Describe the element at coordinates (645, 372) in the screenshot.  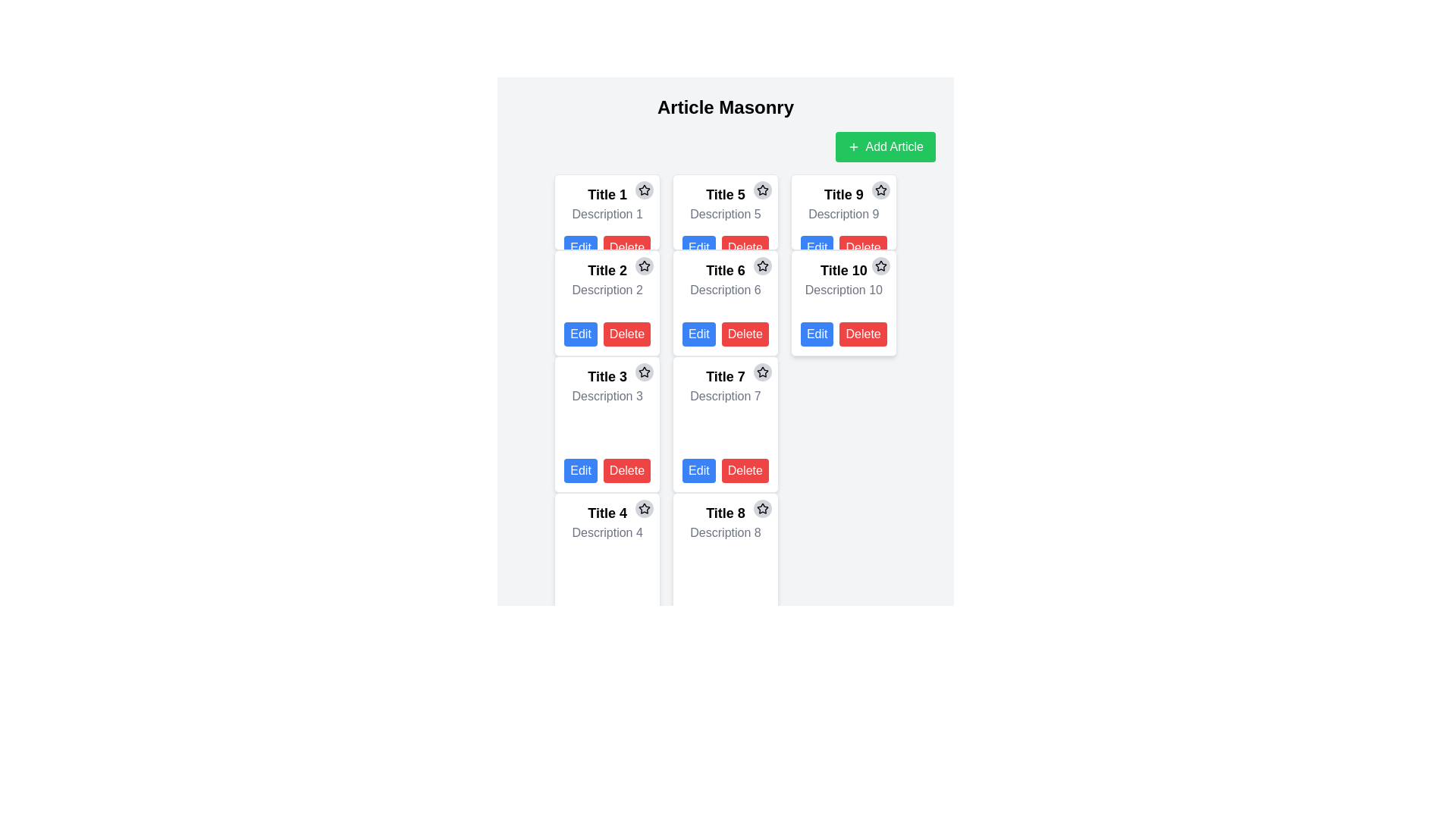
I see `the outlined star icon button located at the top-right corner of the card labeled 'Title 3'` at that location.